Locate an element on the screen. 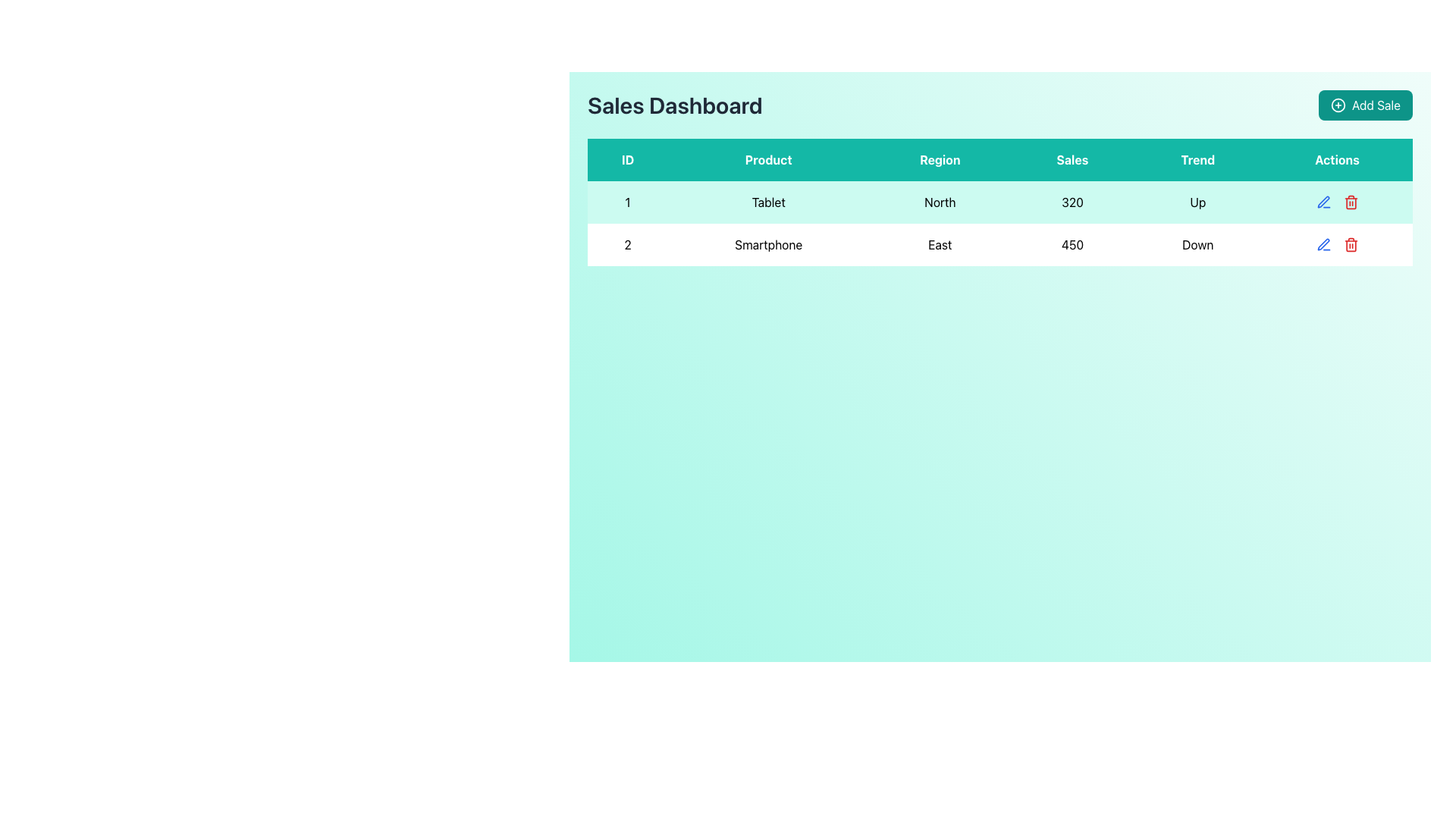  the 'Add Sale' button, which is a teal green rectangular button with a white plus-circle icon and white text, located in the top-right corner of the 'Sales Dashboard' section is located at coordinates (1365, 104).